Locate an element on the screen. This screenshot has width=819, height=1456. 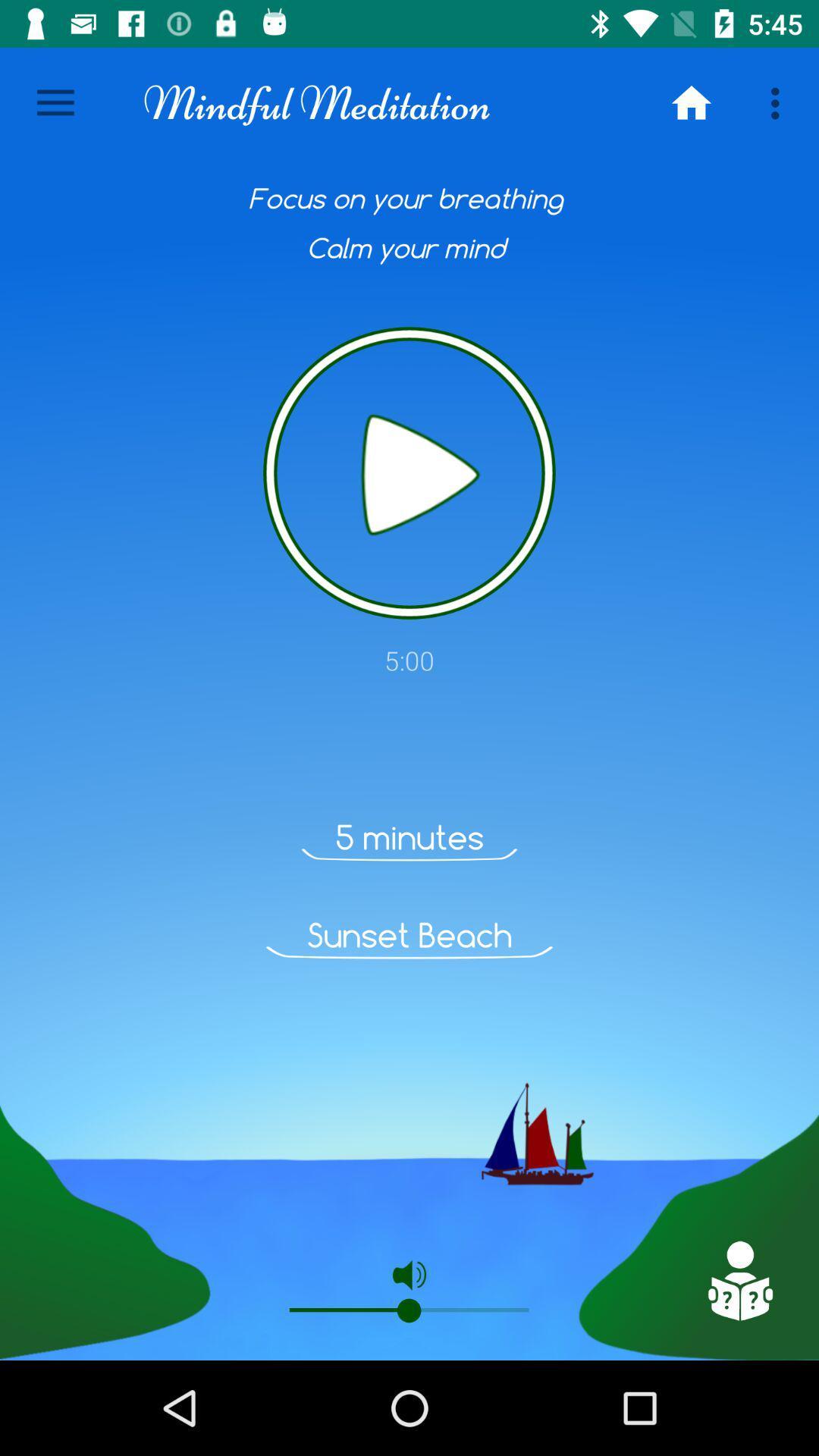
the item above the   sunset beach   item is located at coordinates (409, 836).